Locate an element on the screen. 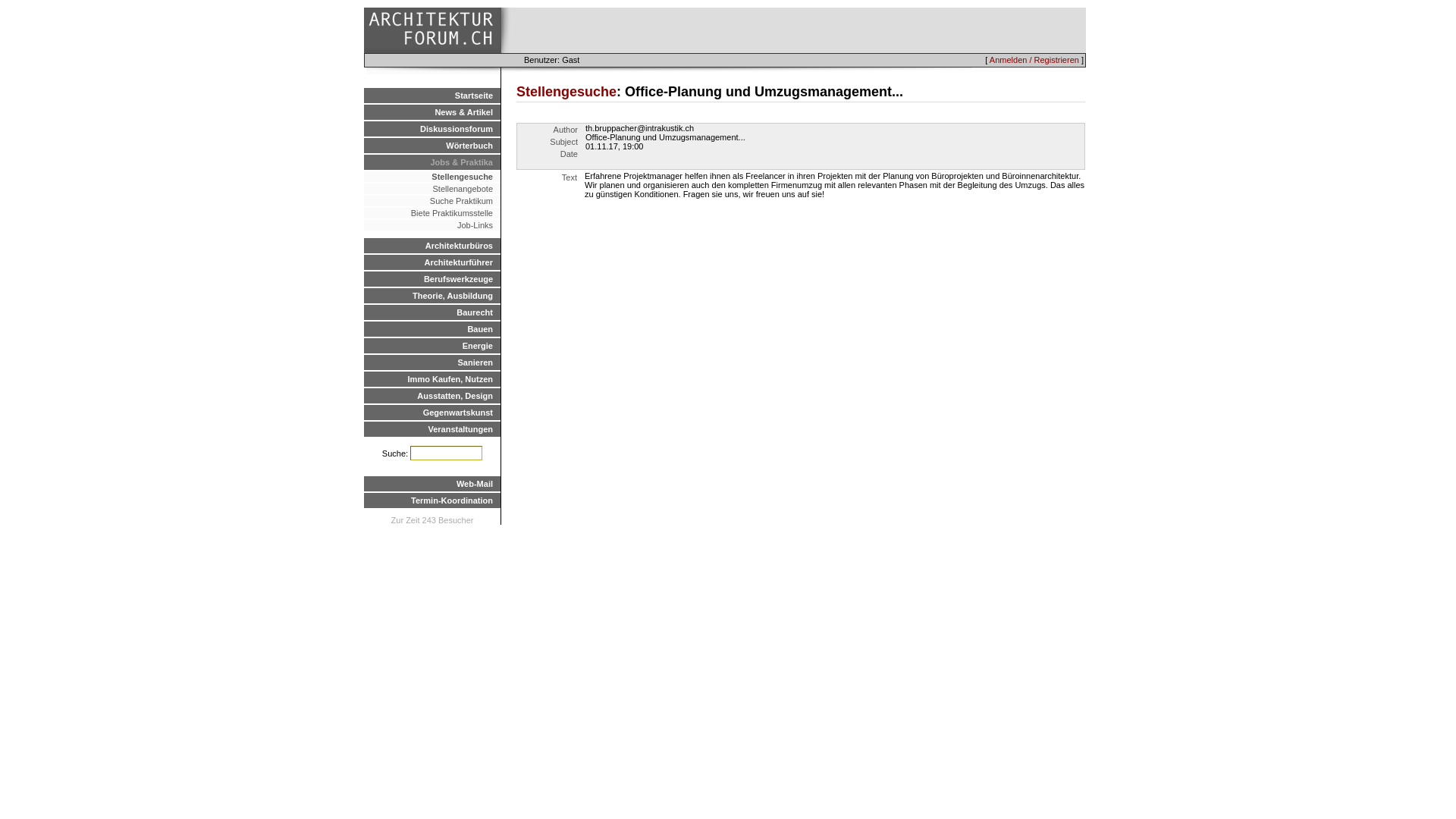 This screenshot has height=819, width=1456. 'Job-Links' is located at coordinates (431, 225).